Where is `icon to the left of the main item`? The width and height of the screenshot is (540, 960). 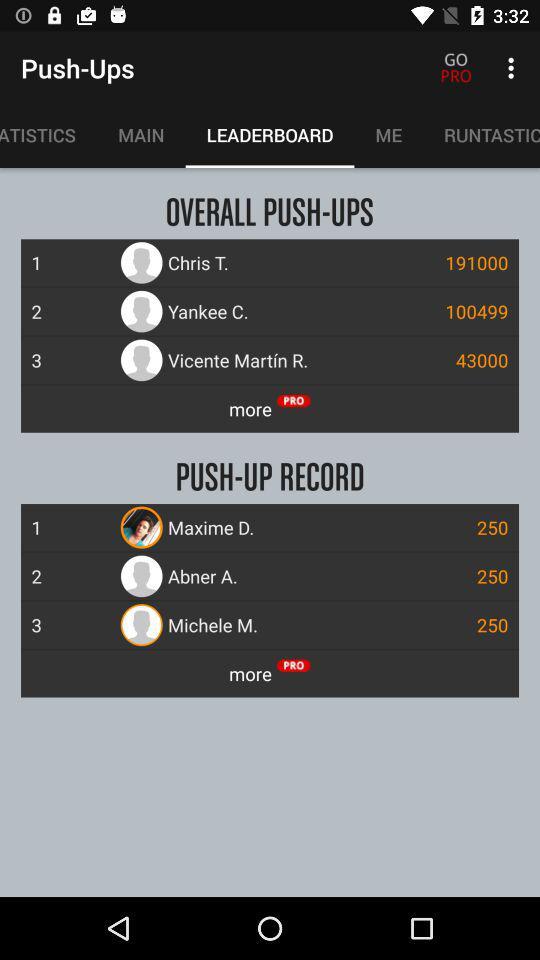
icon to the left of the main item is located at coordinates (48, 134).